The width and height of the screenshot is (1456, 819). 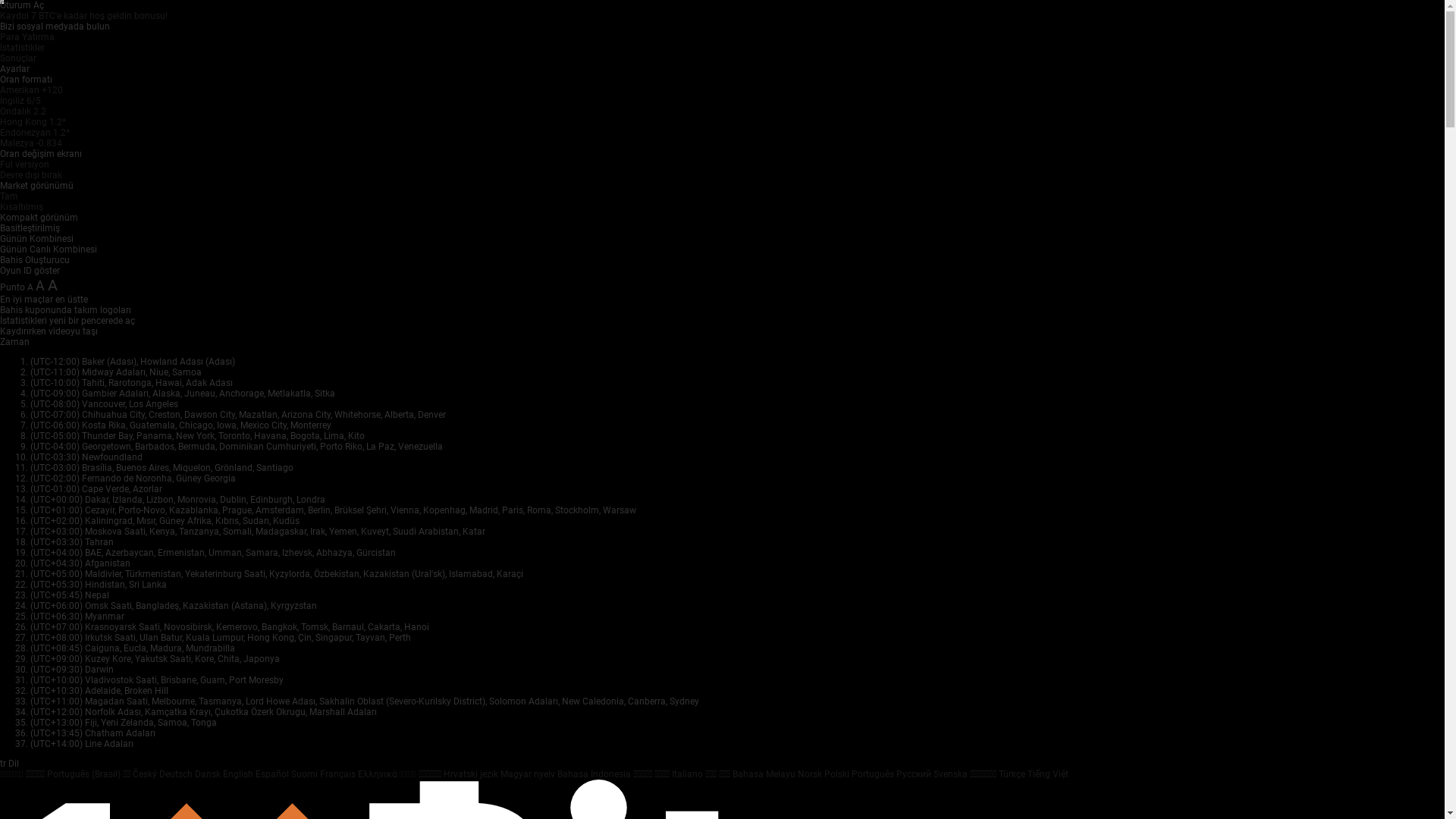 I want to click on 'Hong Kong 1.2*', so click(x=33, y=121).